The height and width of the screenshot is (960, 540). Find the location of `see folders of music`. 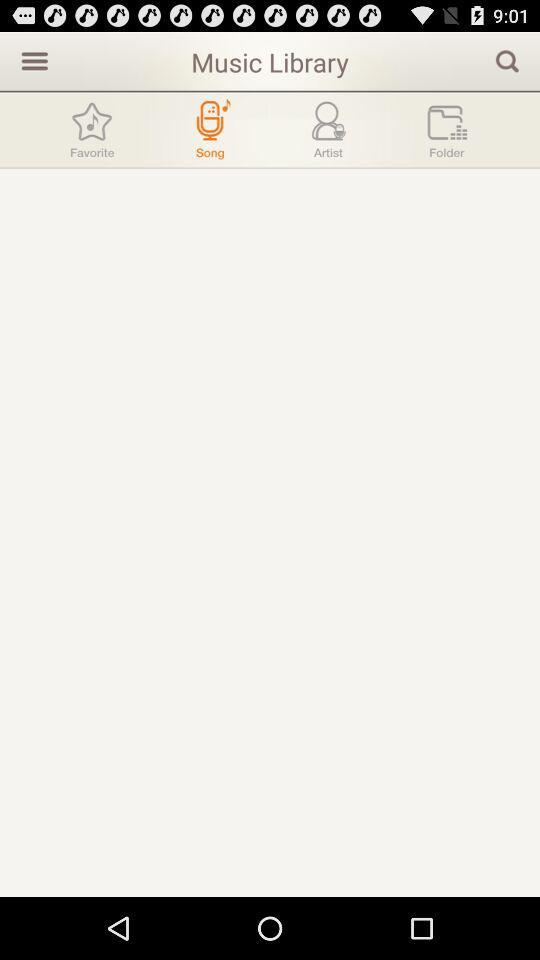

see folders of music is located at coordinates (447, 128).